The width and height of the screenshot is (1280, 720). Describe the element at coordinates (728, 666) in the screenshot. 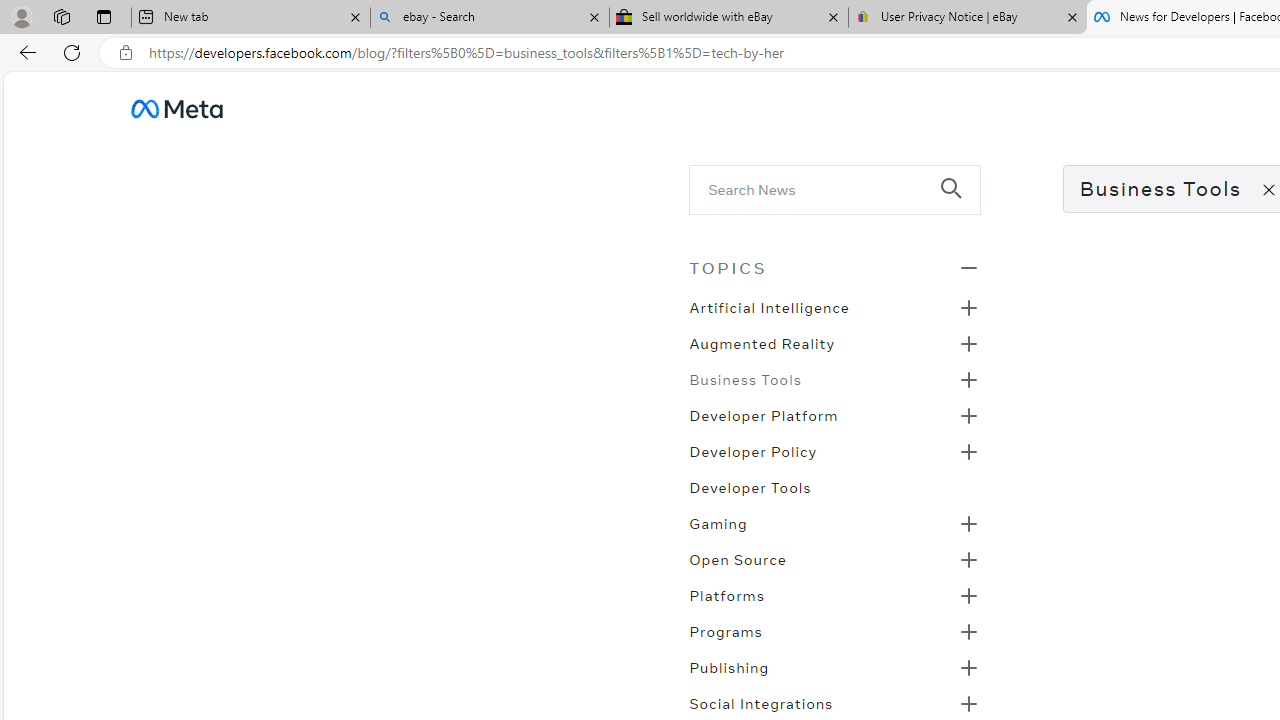

I see `'Publishing'` at that location.